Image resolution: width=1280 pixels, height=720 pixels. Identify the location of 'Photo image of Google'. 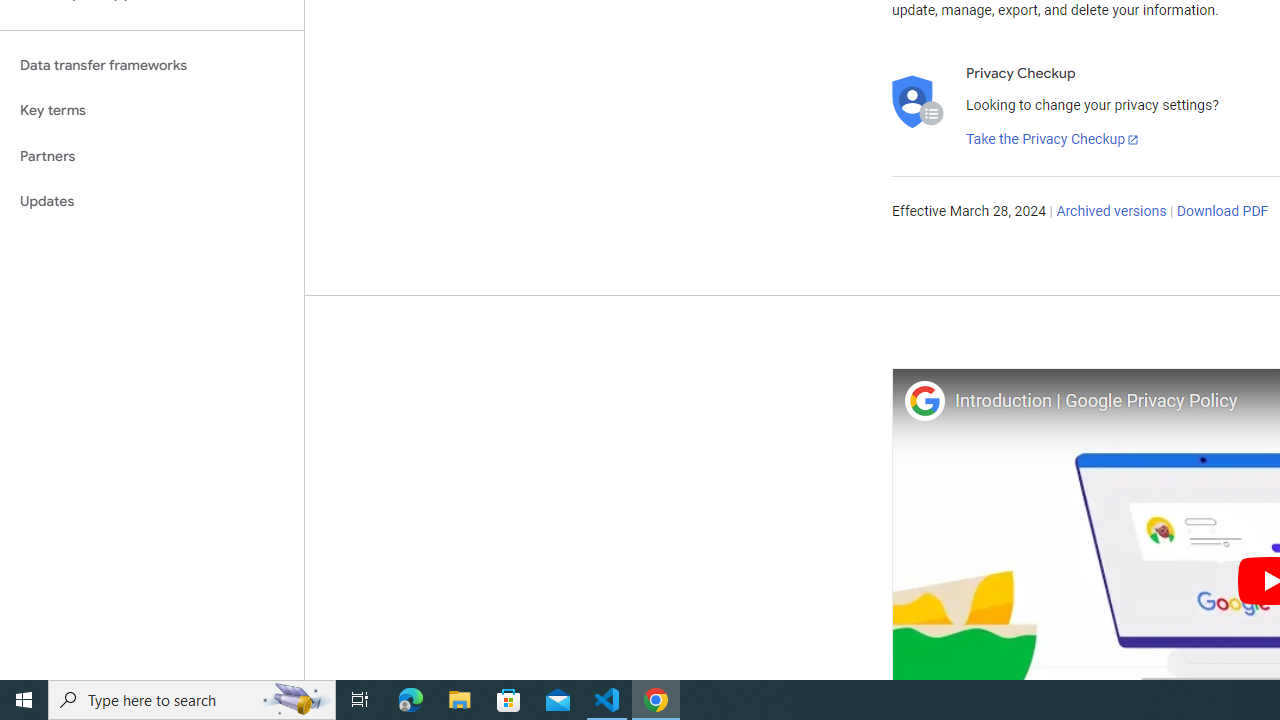
(923, 400).